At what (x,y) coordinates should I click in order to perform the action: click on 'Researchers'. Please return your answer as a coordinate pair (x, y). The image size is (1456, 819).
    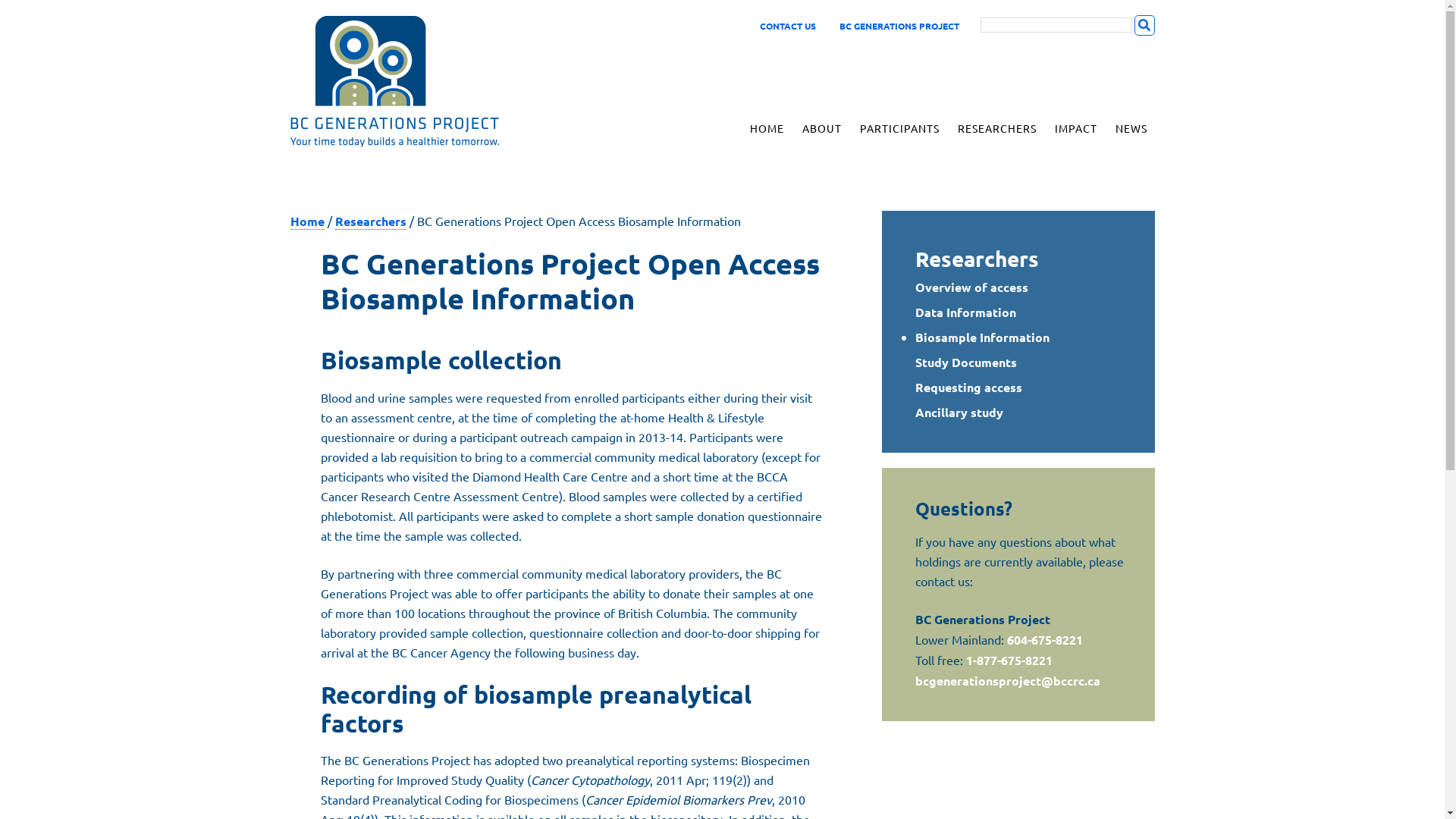
    Looking at the image, I should click on (371, 221).